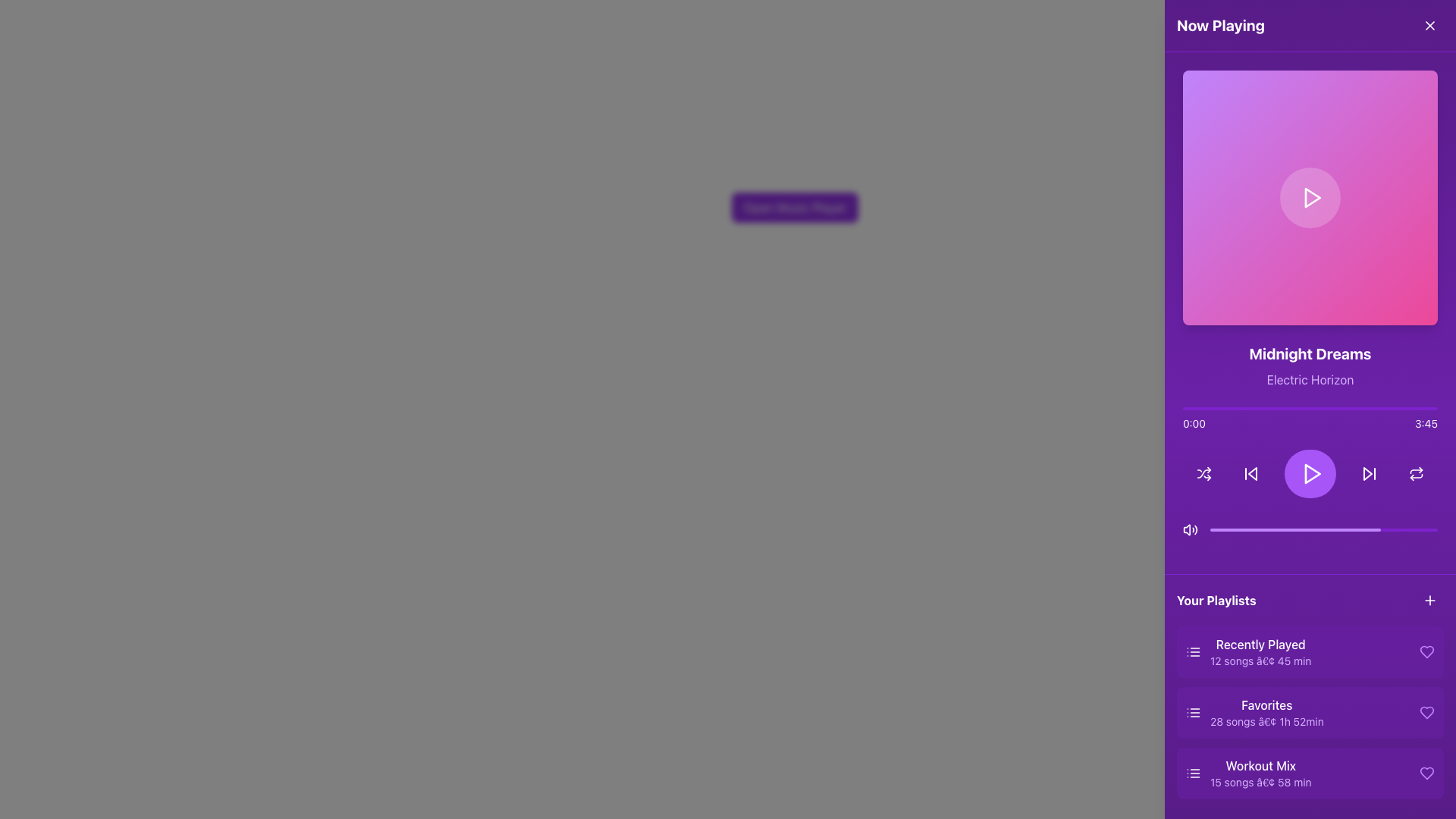 The image size is (1456, 819). I want to click on the playback progress, so click(1411, 529).